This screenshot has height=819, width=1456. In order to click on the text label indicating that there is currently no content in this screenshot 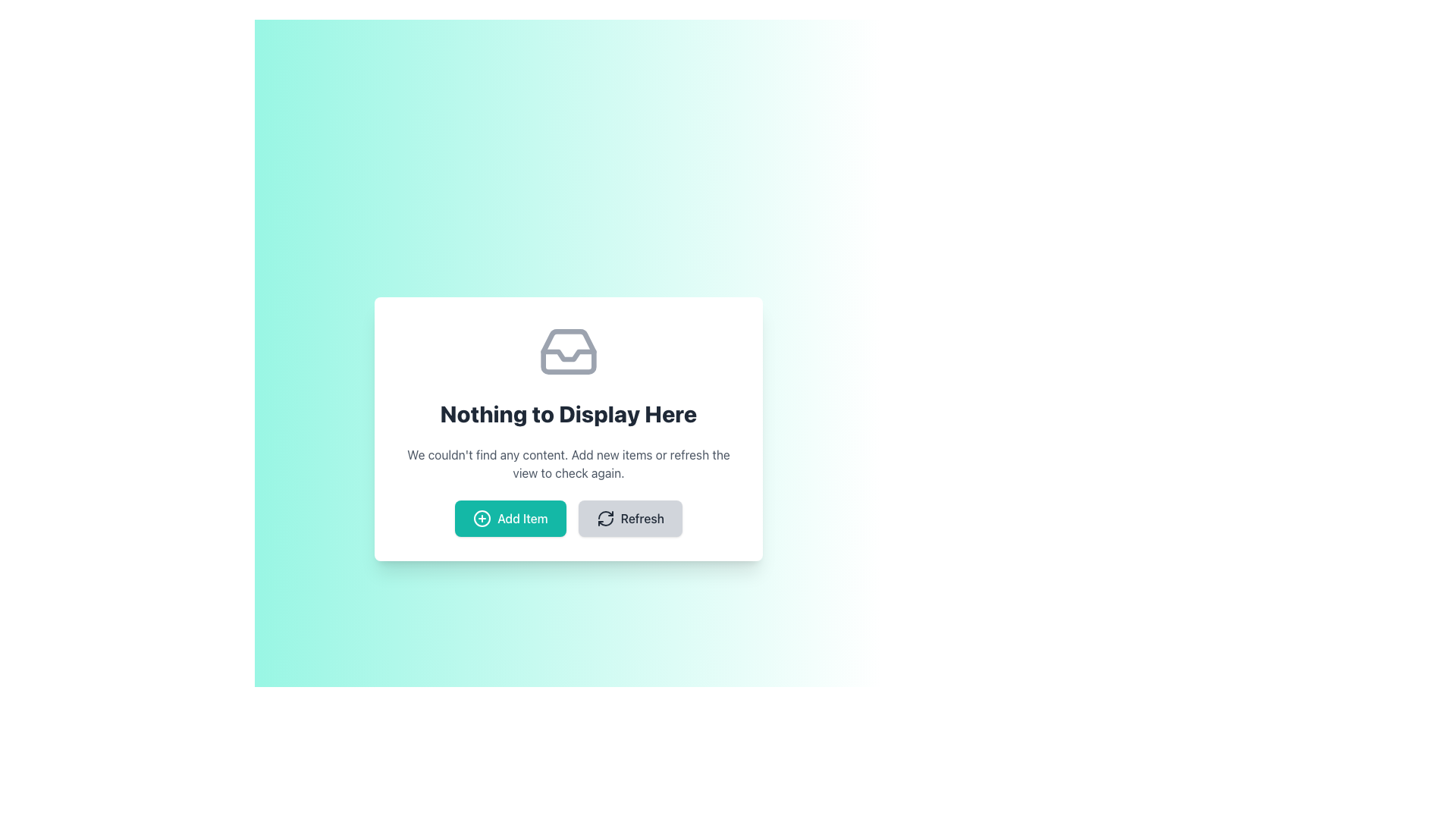, I will do `click(567, 414)`.